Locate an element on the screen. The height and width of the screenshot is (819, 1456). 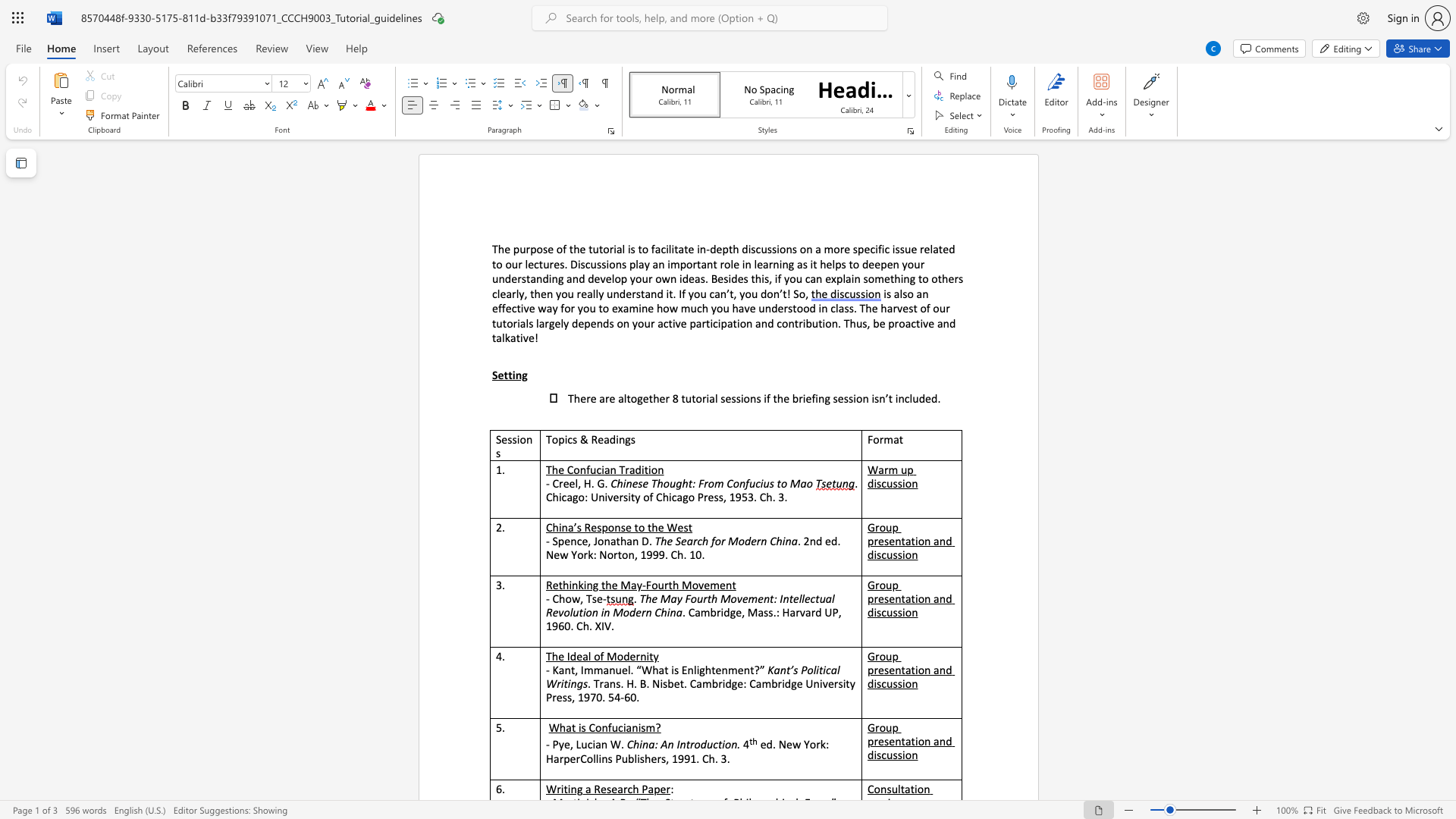
the subset text "sio" within the text "Warm up discussion" is located at coordinates (897, 483).